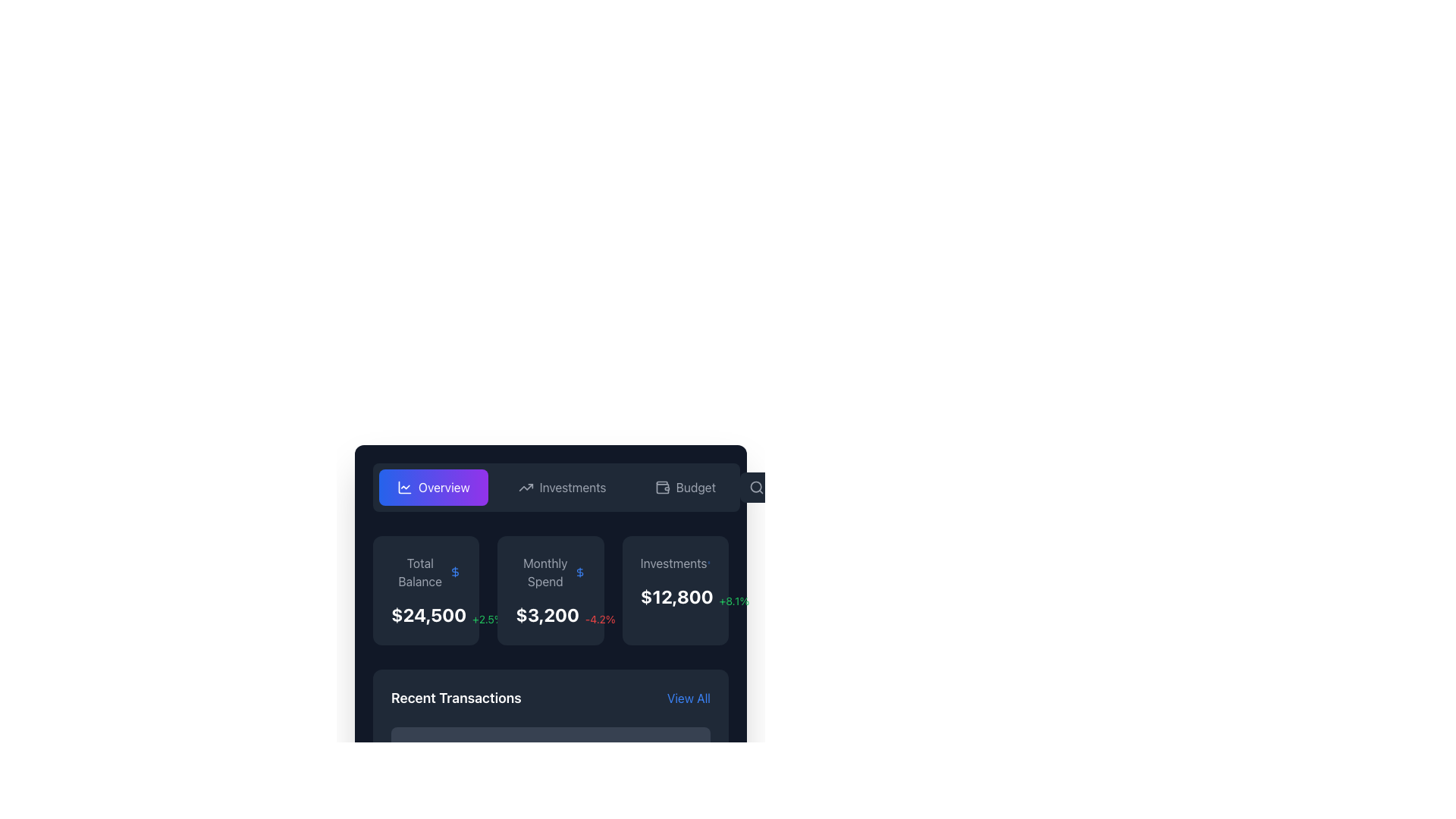 The width and height of the screenshot is (1456, 819). Describe the element at coordinates (550, 614) in the screenshot. I see `the text display element showing '$3,200' with a smaller red text '-4.2%' located in the 'Monthly Spend' box` at that location.